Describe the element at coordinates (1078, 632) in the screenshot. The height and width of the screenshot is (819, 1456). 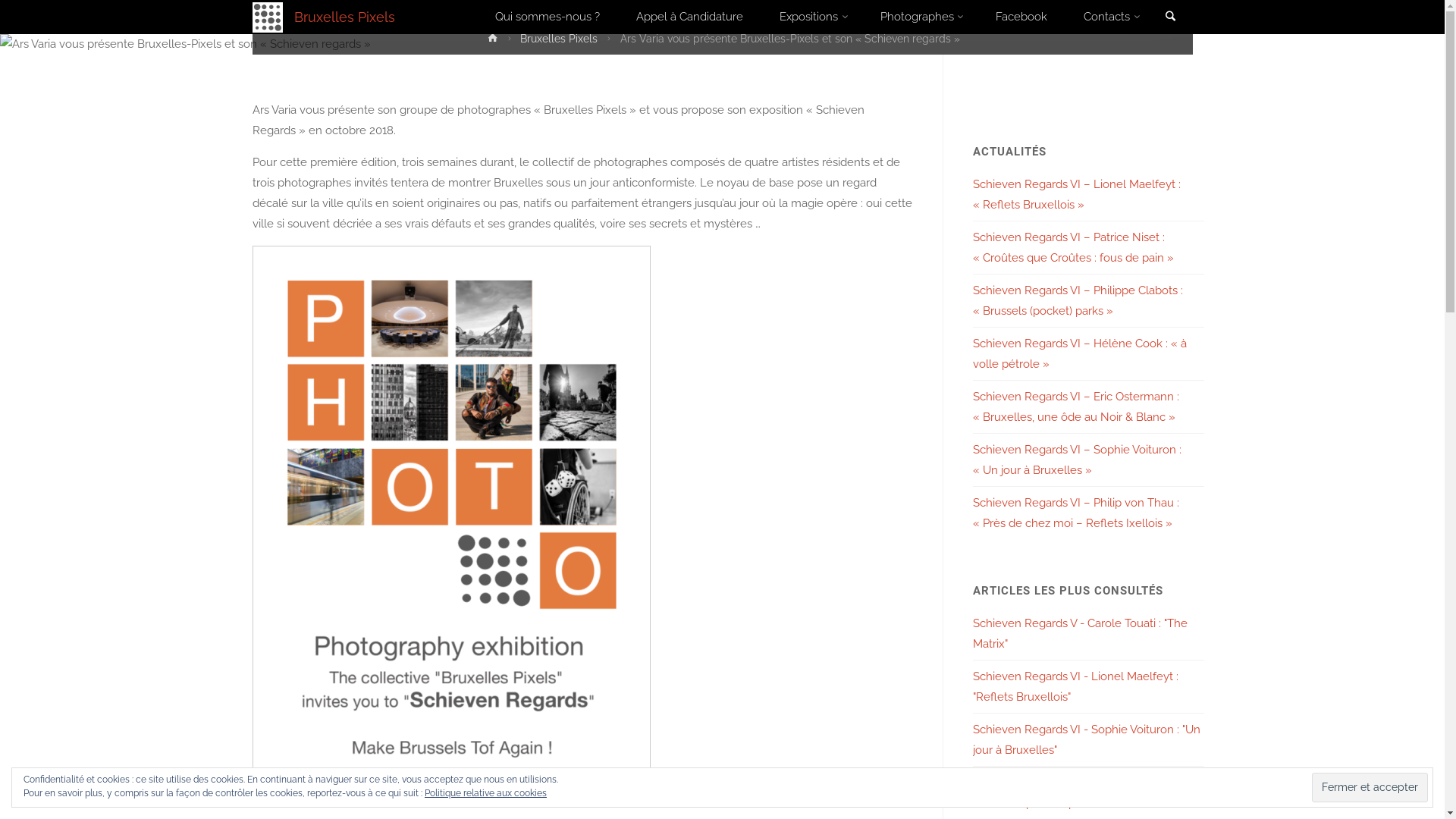
I see `'Schieven Regards V - Carole Touati : "The Matrix"'` at that location.